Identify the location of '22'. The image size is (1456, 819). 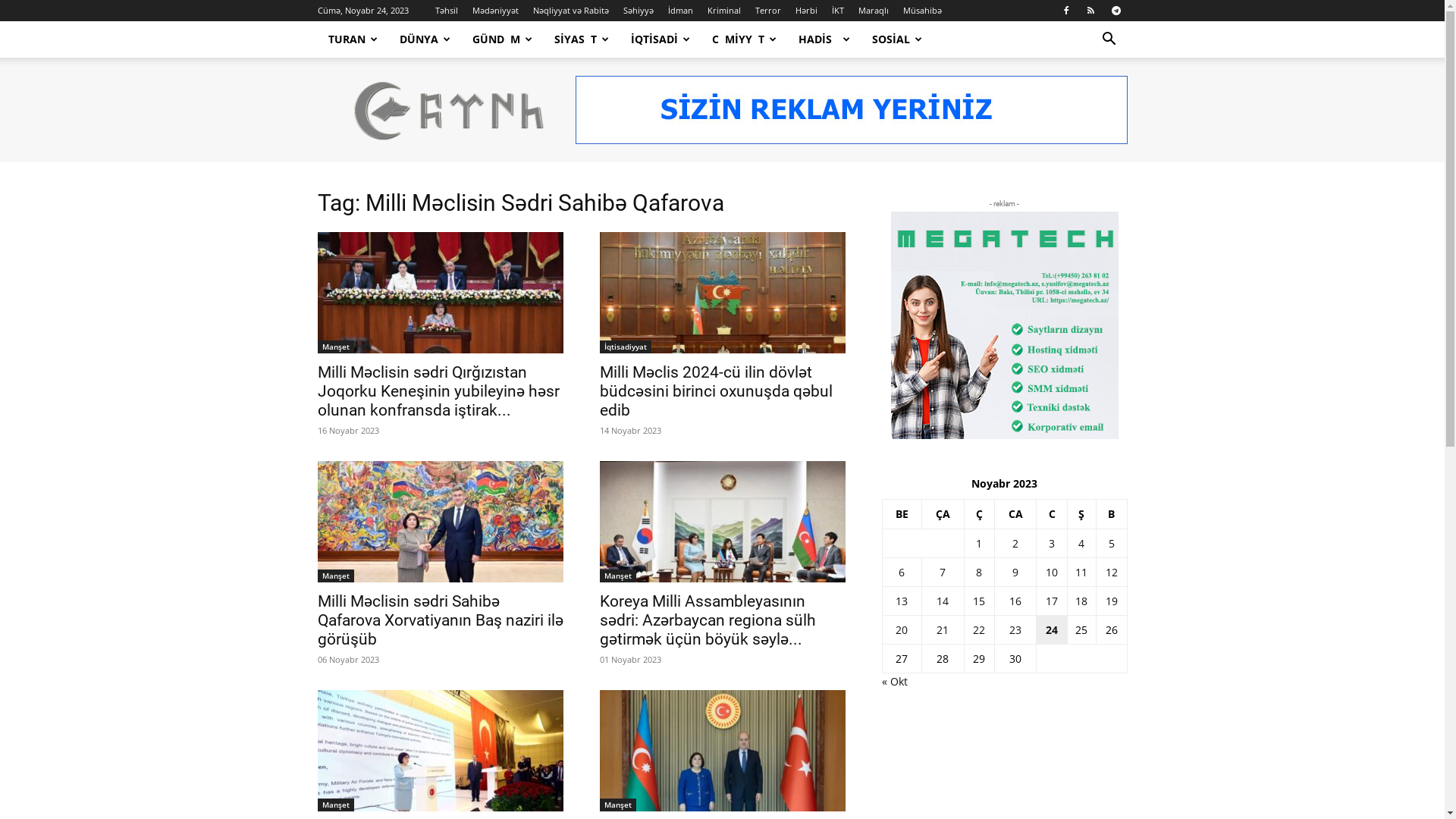
(972, 629).